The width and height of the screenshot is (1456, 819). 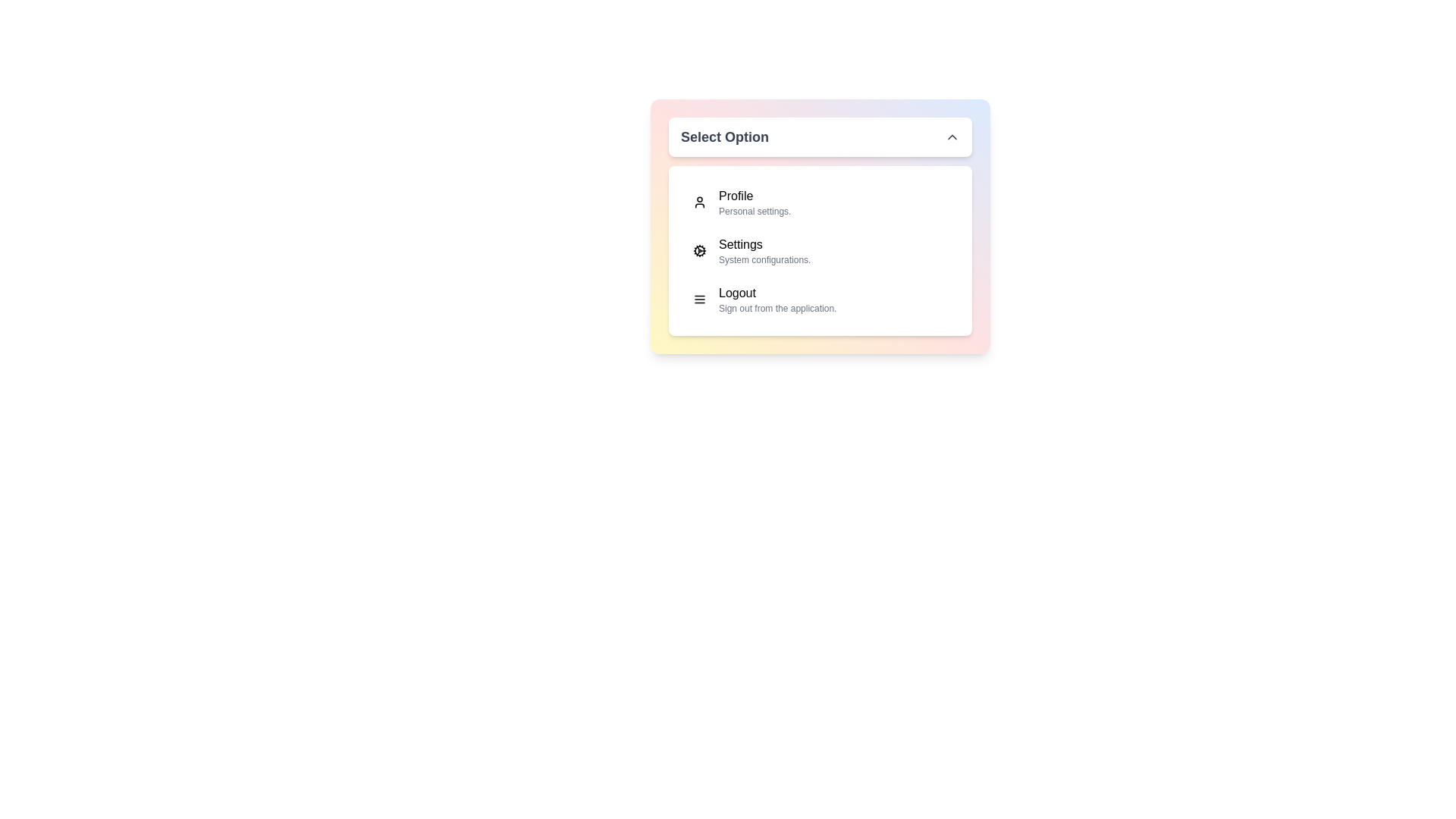 I want to click on the menu item corresponding to Logout to select it, so click(x=819, y=299).